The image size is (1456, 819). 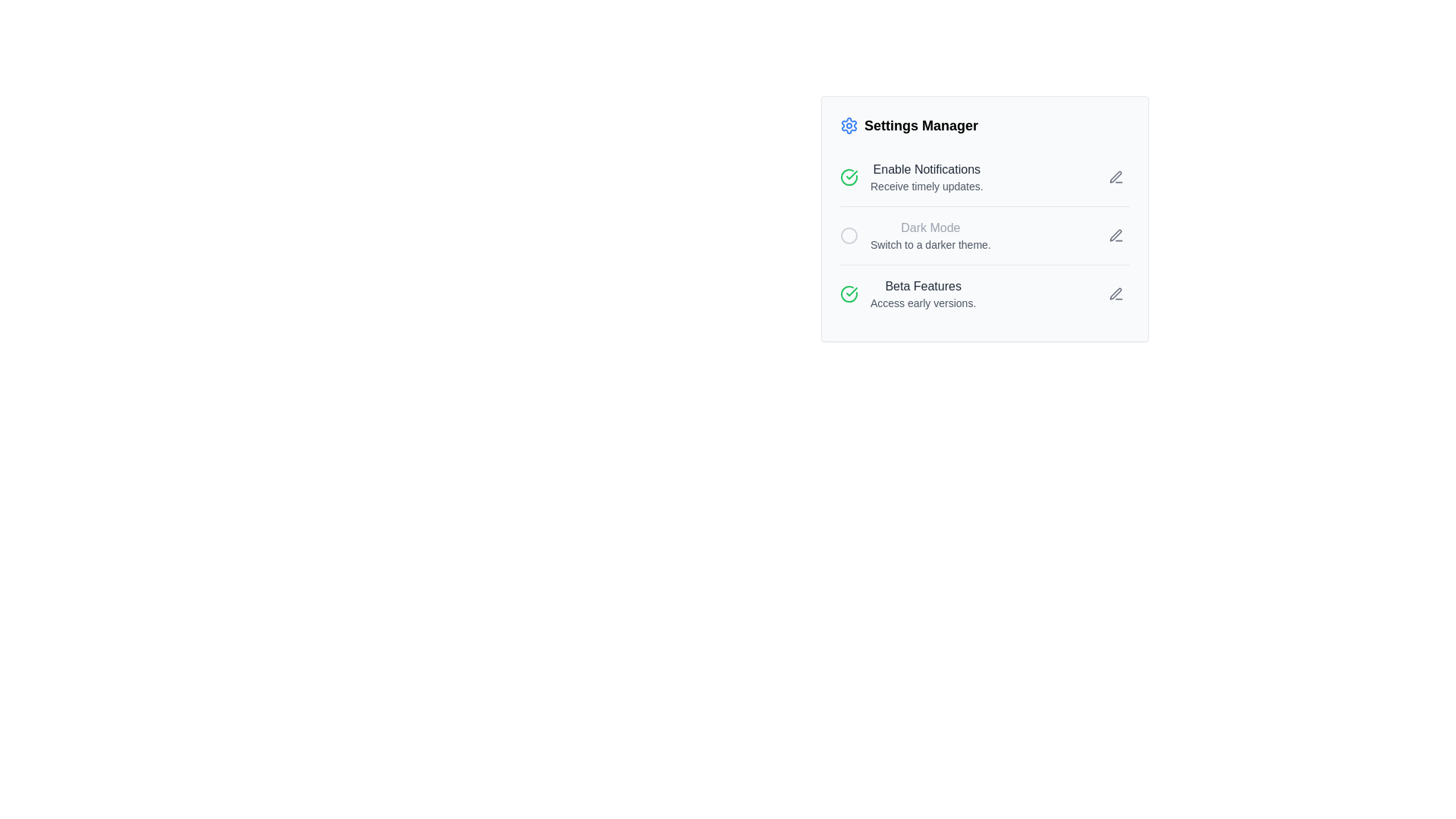 I want to click on the 'Beta Features' text display in the 'Settings Manager' panel, which is the third entry below 'Dark Mode', so click(x=922, y=294).